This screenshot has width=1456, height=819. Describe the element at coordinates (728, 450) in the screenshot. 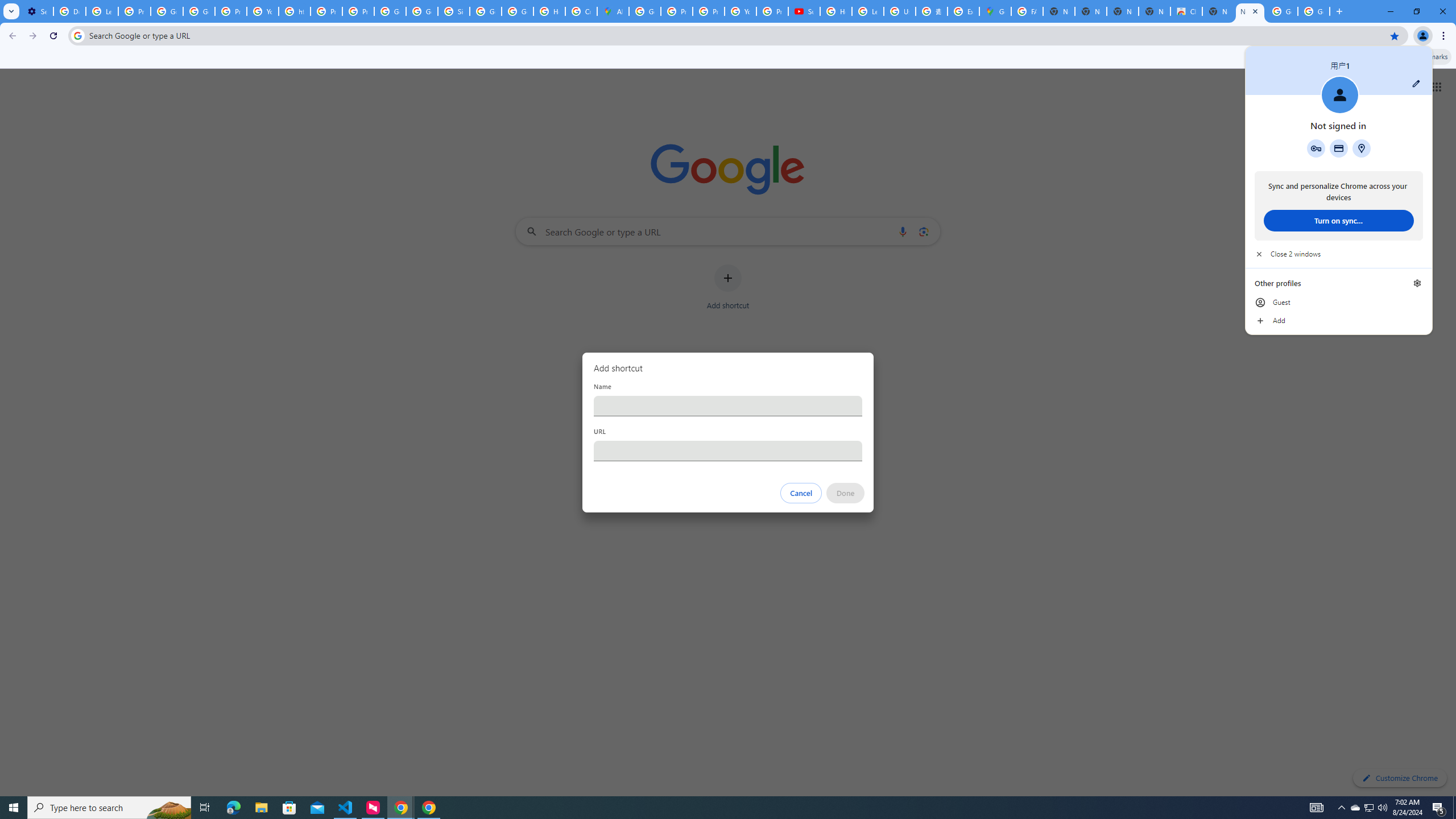

I see `'URL'` at that location.